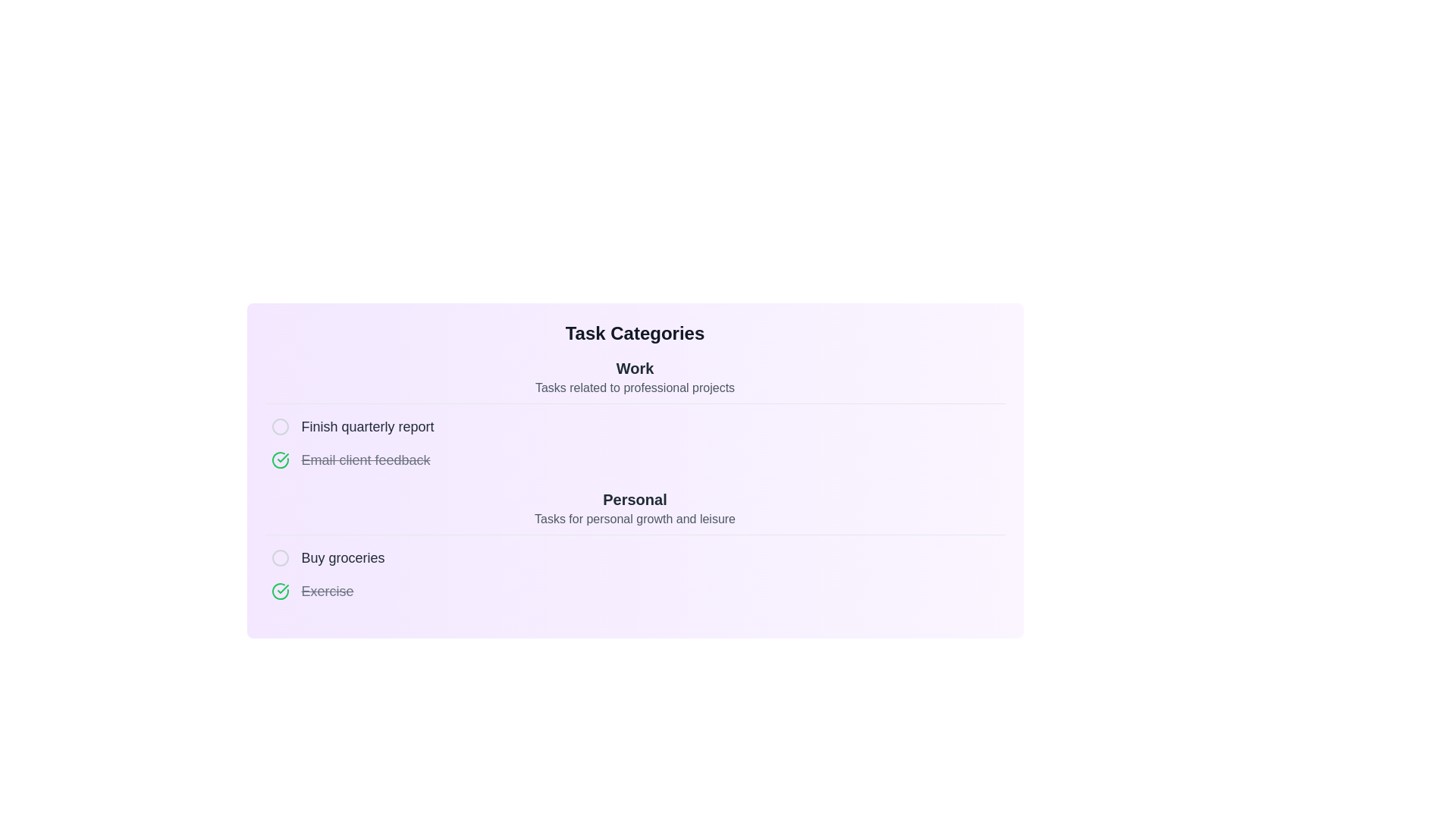 The width and height of the screenshot is (1456, 819). I want to click on the 'Work' section header label in the task management interface, which is located beneath the 'Task Categories' title and above the description text for professional project tasks, so click(635, 369).